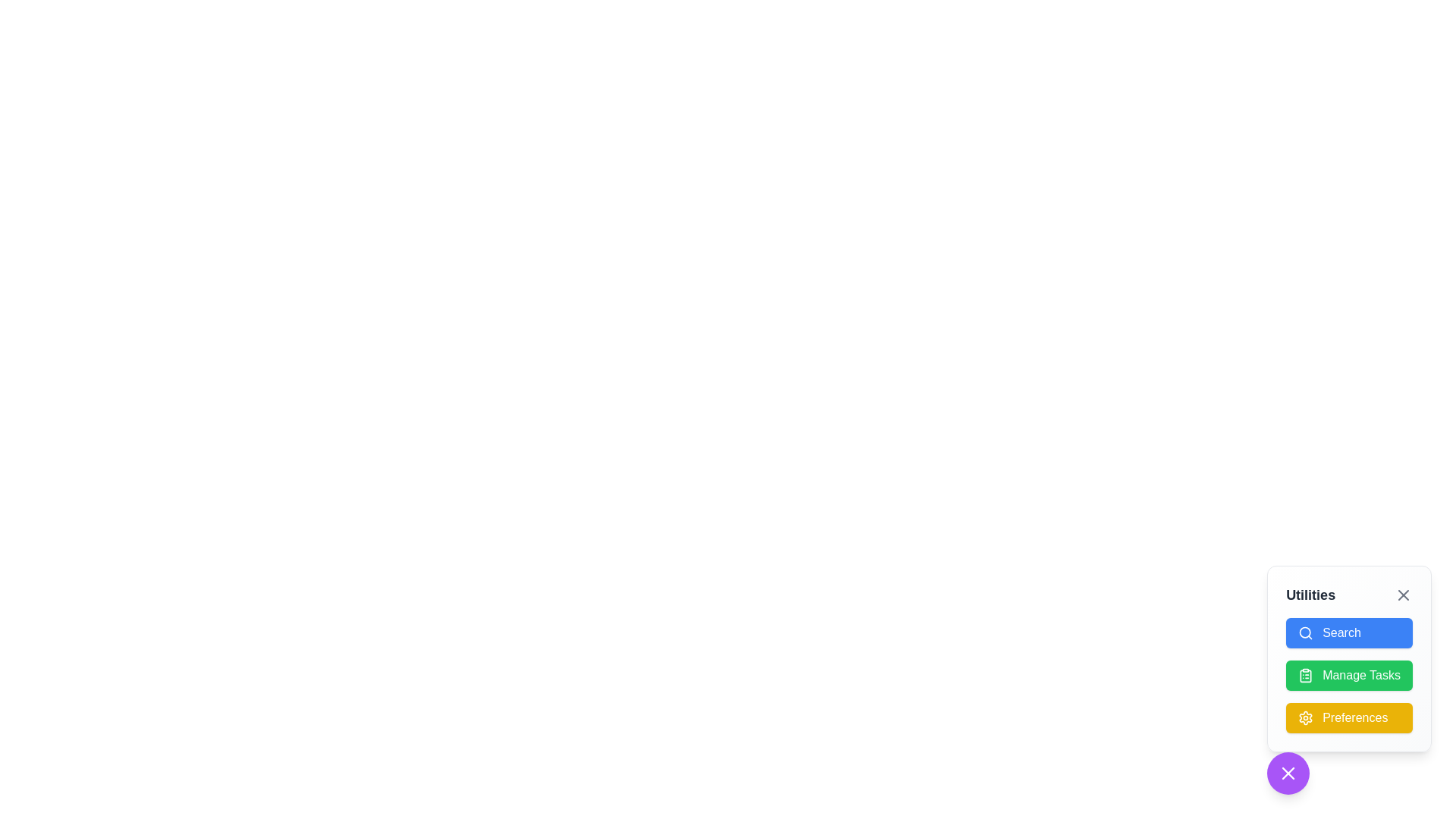 The height and width of the screenshot is (819, 1456). What do you see at coordinates (1304, 632) in the screenshot?
I see `the circular graphical component with no visible fill located within the larger search icon at the top of the 'Search' button in the 'Utilities' section` at bounding box center [1304, 632].